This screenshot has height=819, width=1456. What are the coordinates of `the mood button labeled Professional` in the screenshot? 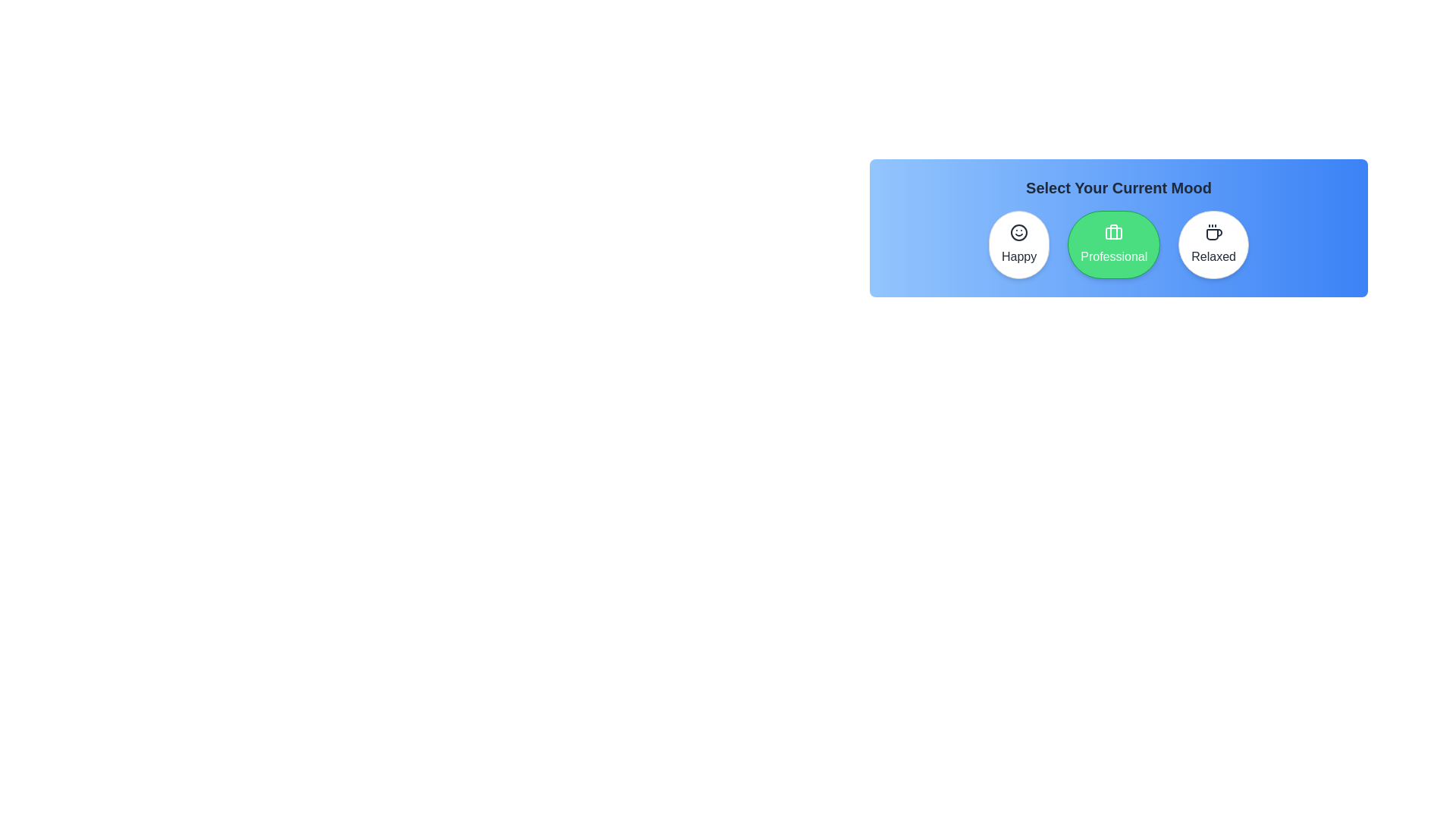 It's located at (1114, 244).